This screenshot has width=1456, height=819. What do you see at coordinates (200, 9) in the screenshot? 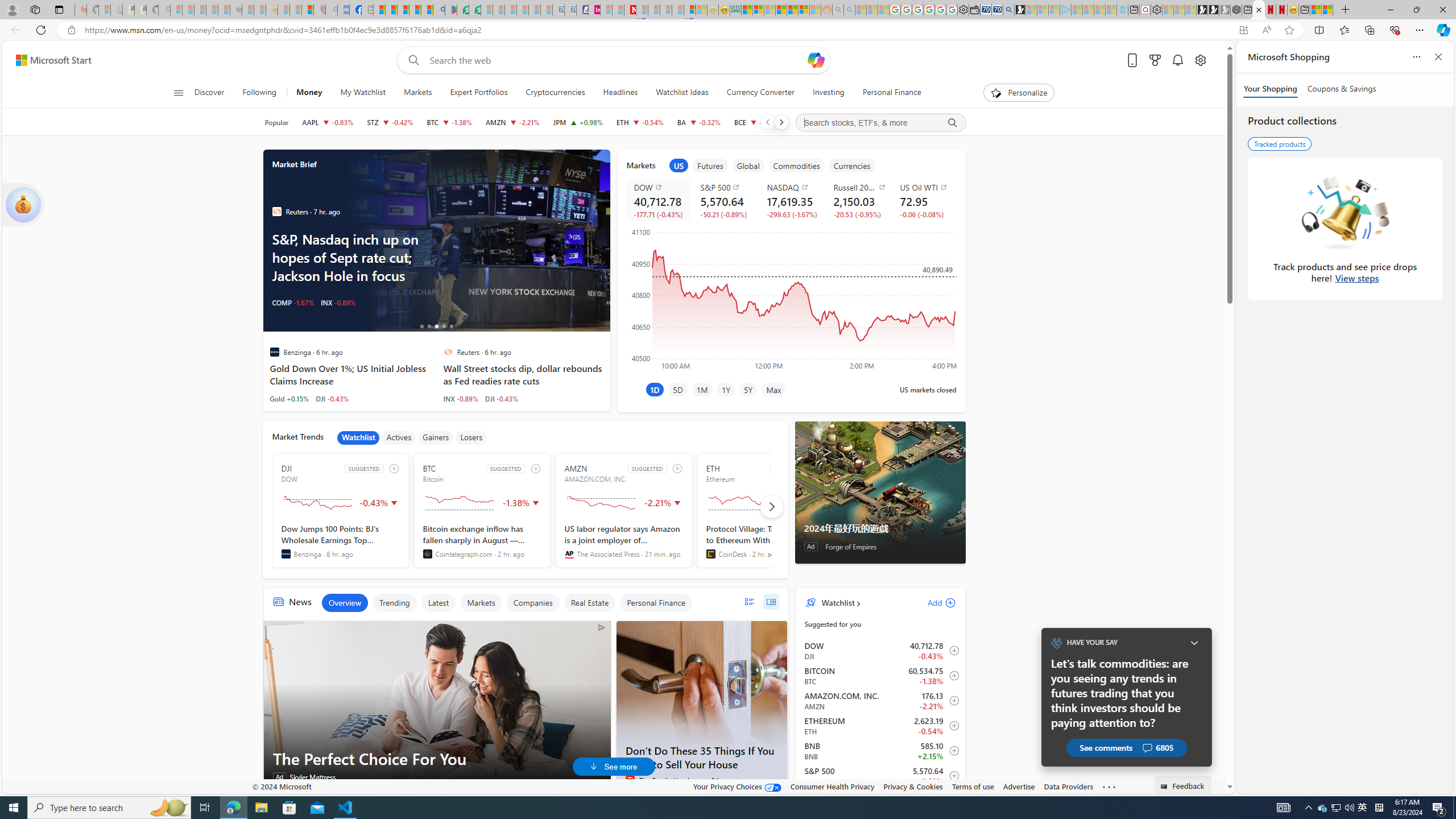
I see `'The Weather Channel - MSN - Sleeping'` at bounding box center [200, 9].